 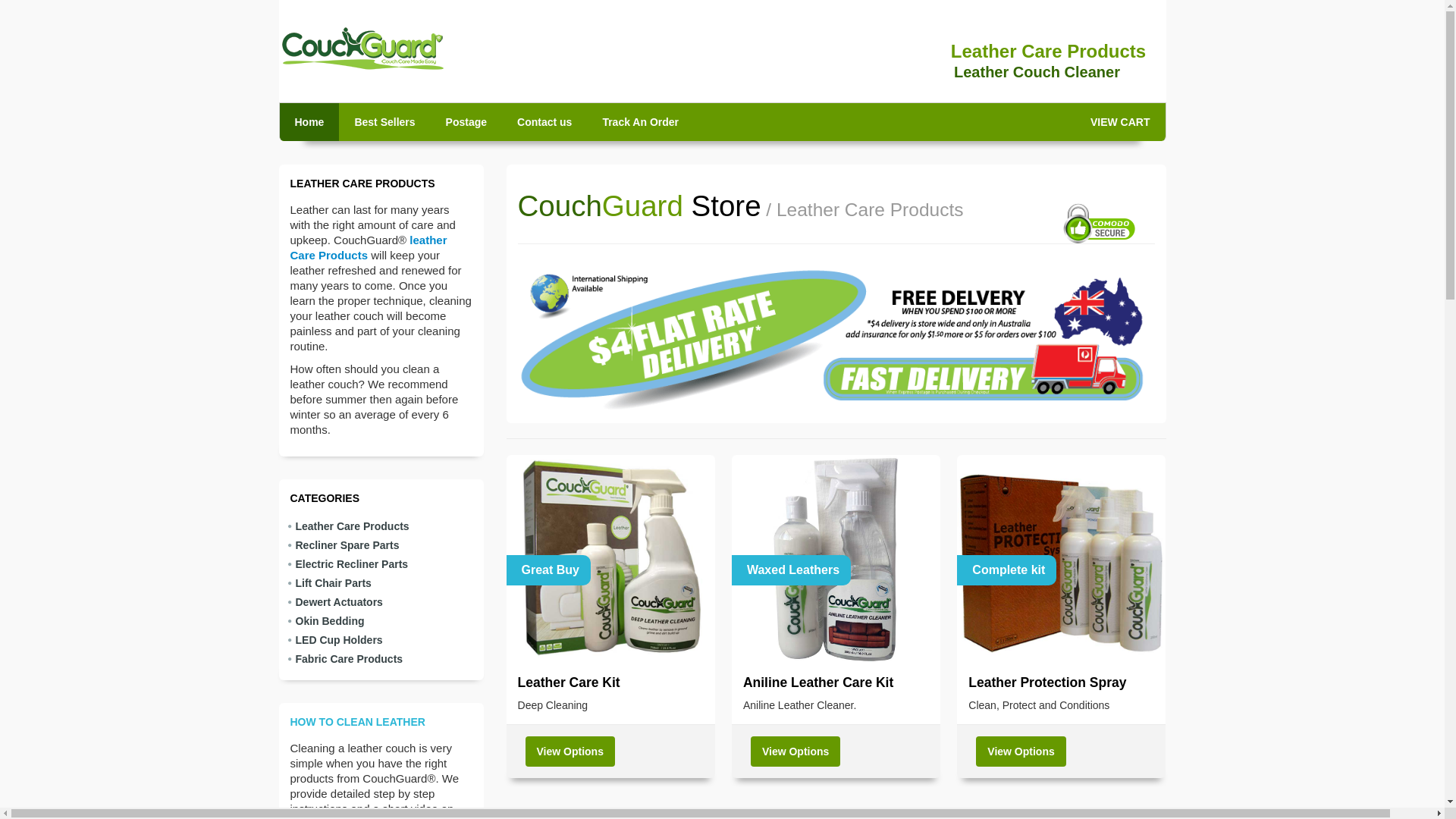 What do you see at coordinates (952, 72) in the screenshot?
I see `'Leather Couch Cleaner'` at bounding box center [952, 72].